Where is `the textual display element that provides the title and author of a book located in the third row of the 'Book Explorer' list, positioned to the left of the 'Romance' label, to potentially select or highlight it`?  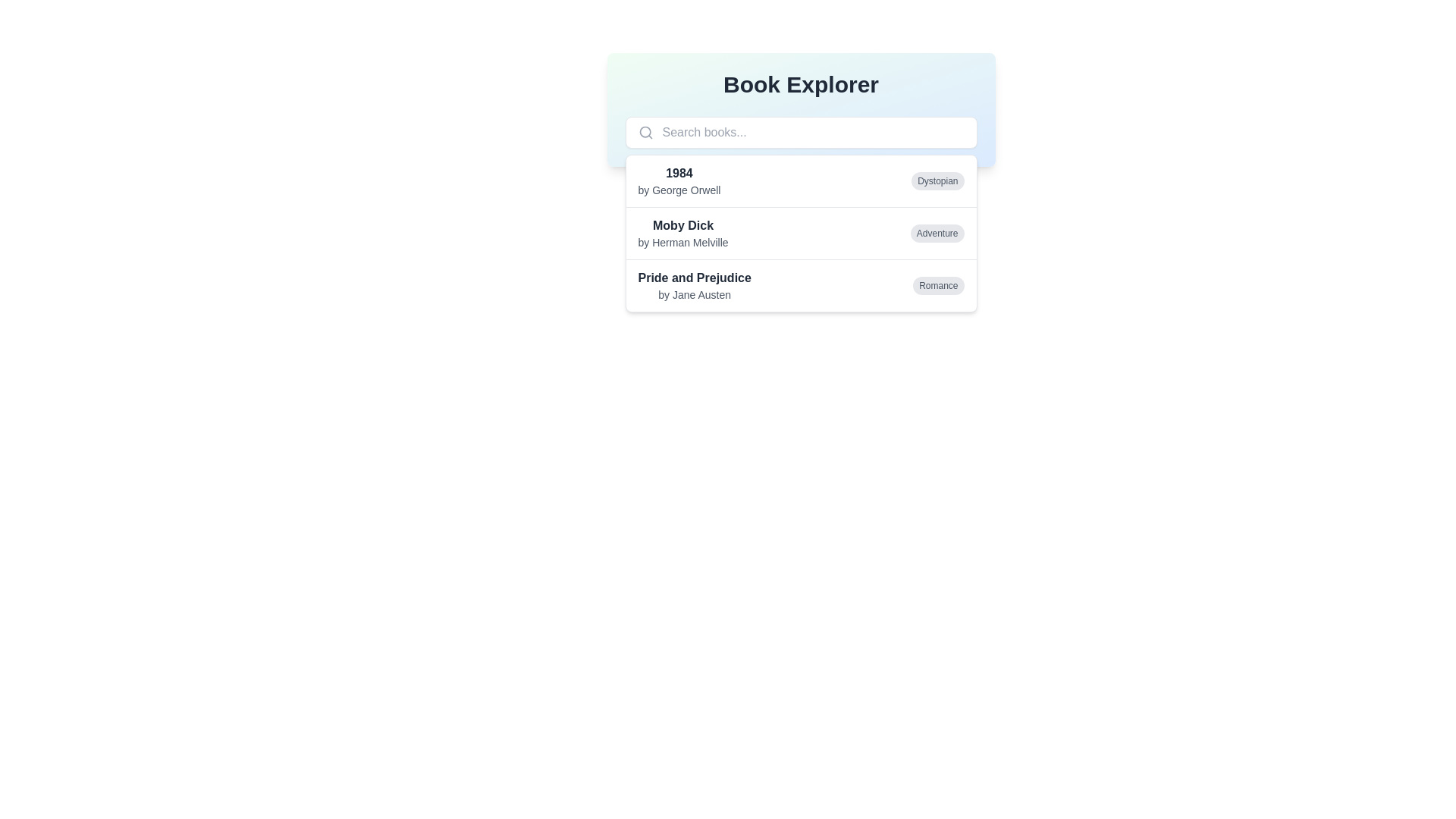
the textual display element that provides the title and author of a book located in the third row of the 'Book Explorer' list, positioned to the left of the 'Romance' label, to potentially select or highlight it is located at coordinates (694, 286).